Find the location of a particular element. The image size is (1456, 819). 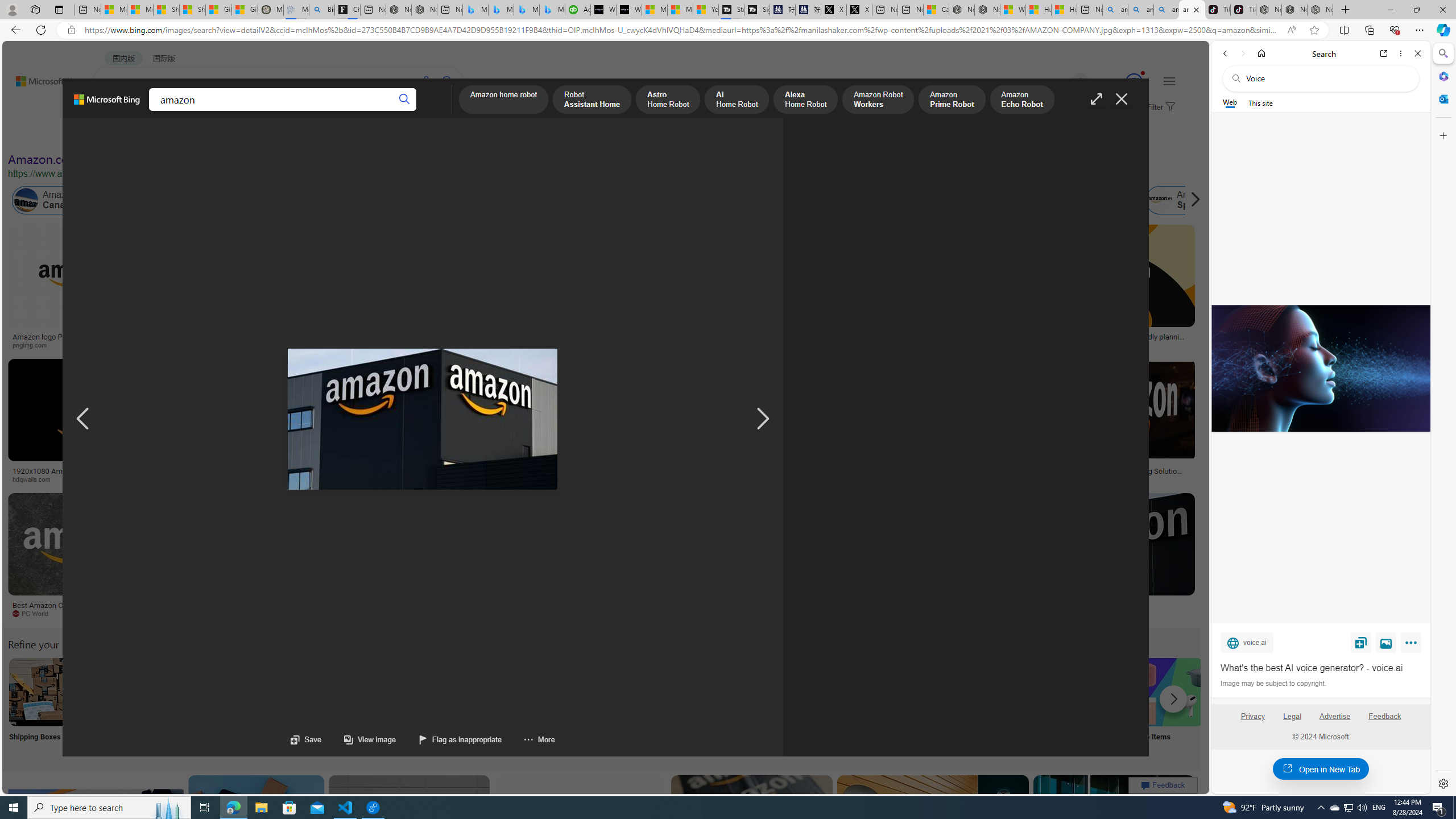

'Privacy' is located at coordinates (1252, 721).